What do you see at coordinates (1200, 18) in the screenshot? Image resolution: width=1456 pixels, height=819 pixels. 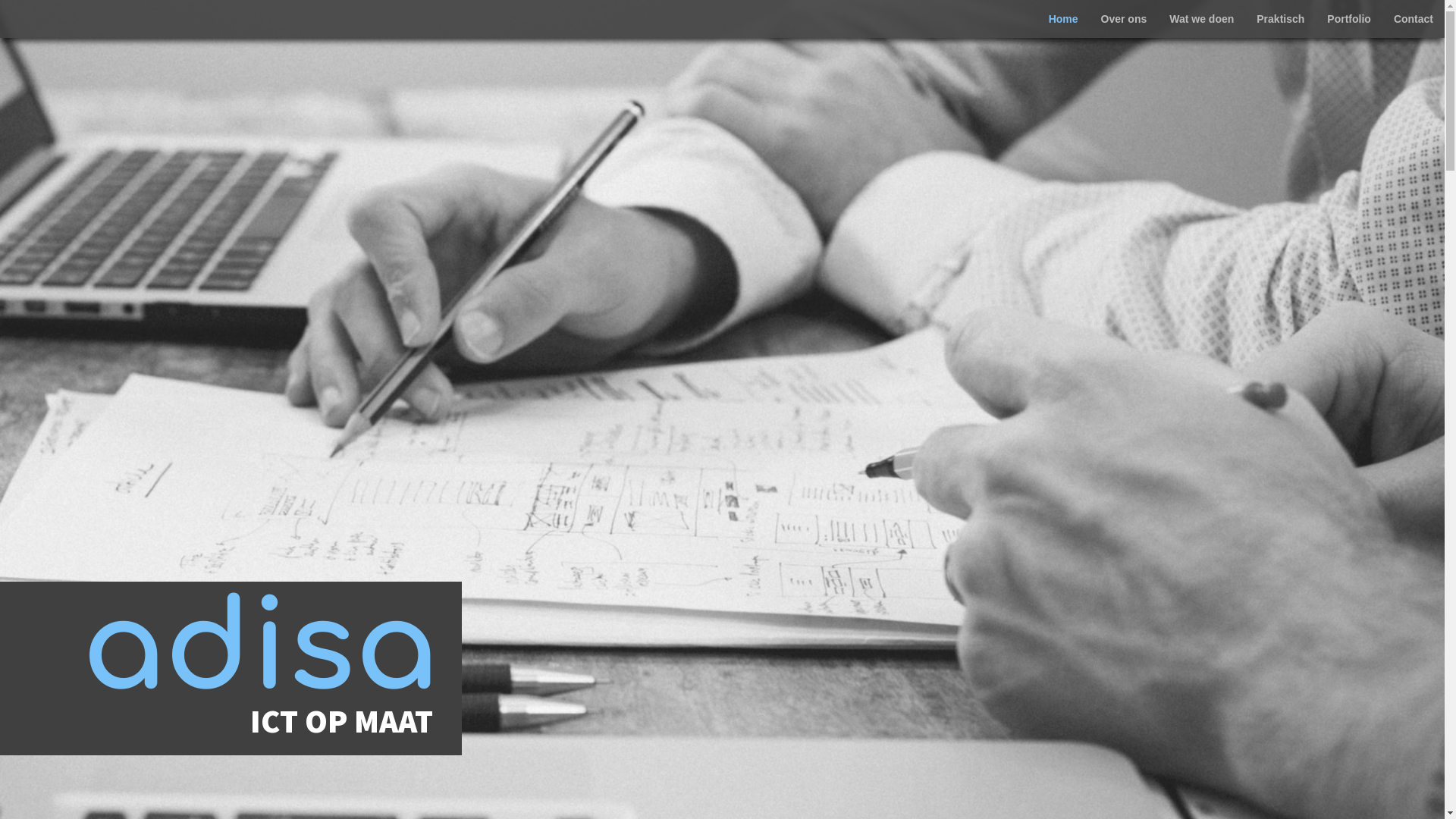 I see `'Wat we doen'` at bounding box center [1200, 18].